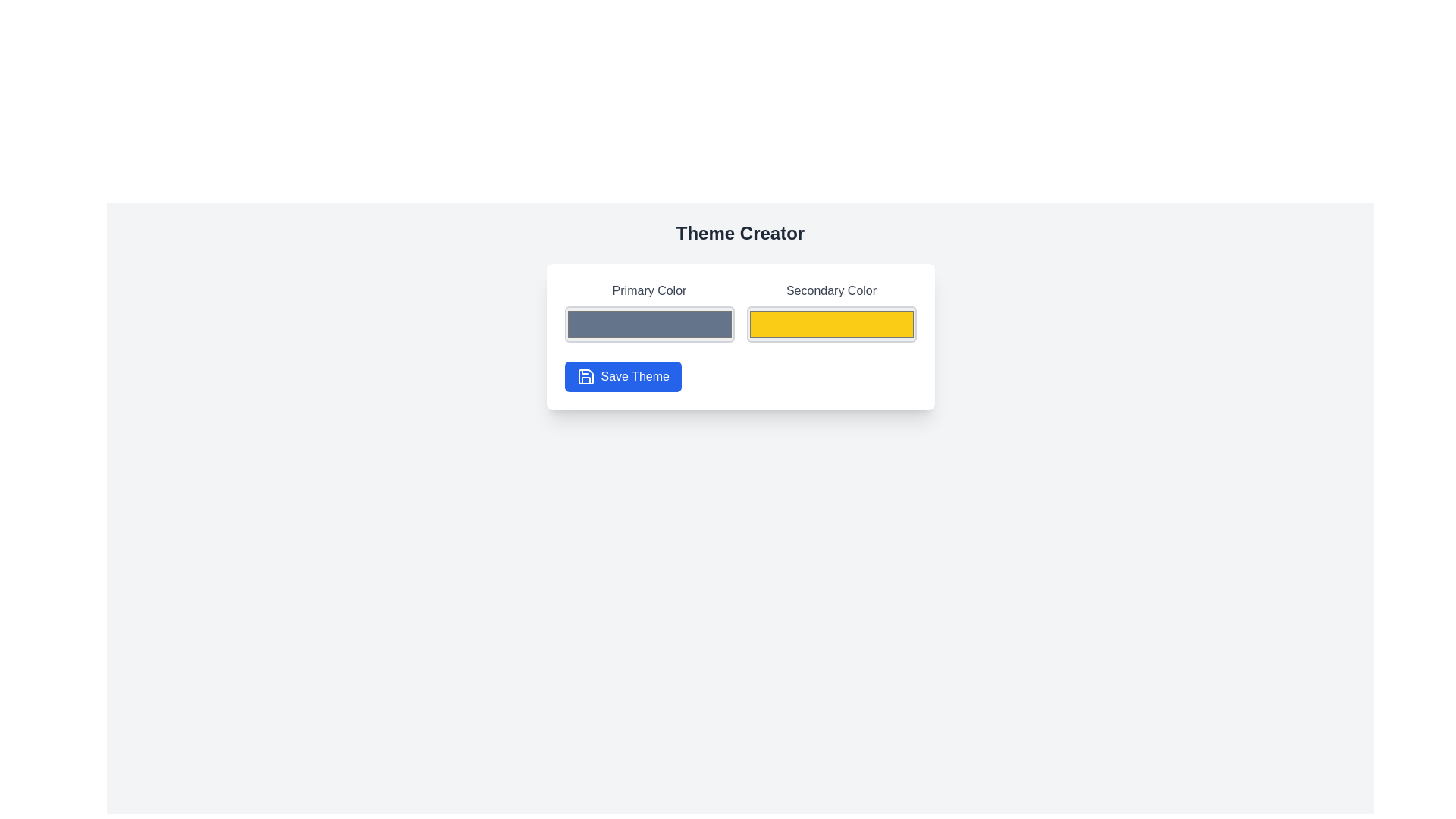  What do you see at coordinates (830, 291) in the screenshot?
I see `the Text Label that describes the purpose of the color selection field in the 'Theme Creator' section, positioned center-right, adjacent to the 'Primary Color' label` at bounding box center [830, 291].